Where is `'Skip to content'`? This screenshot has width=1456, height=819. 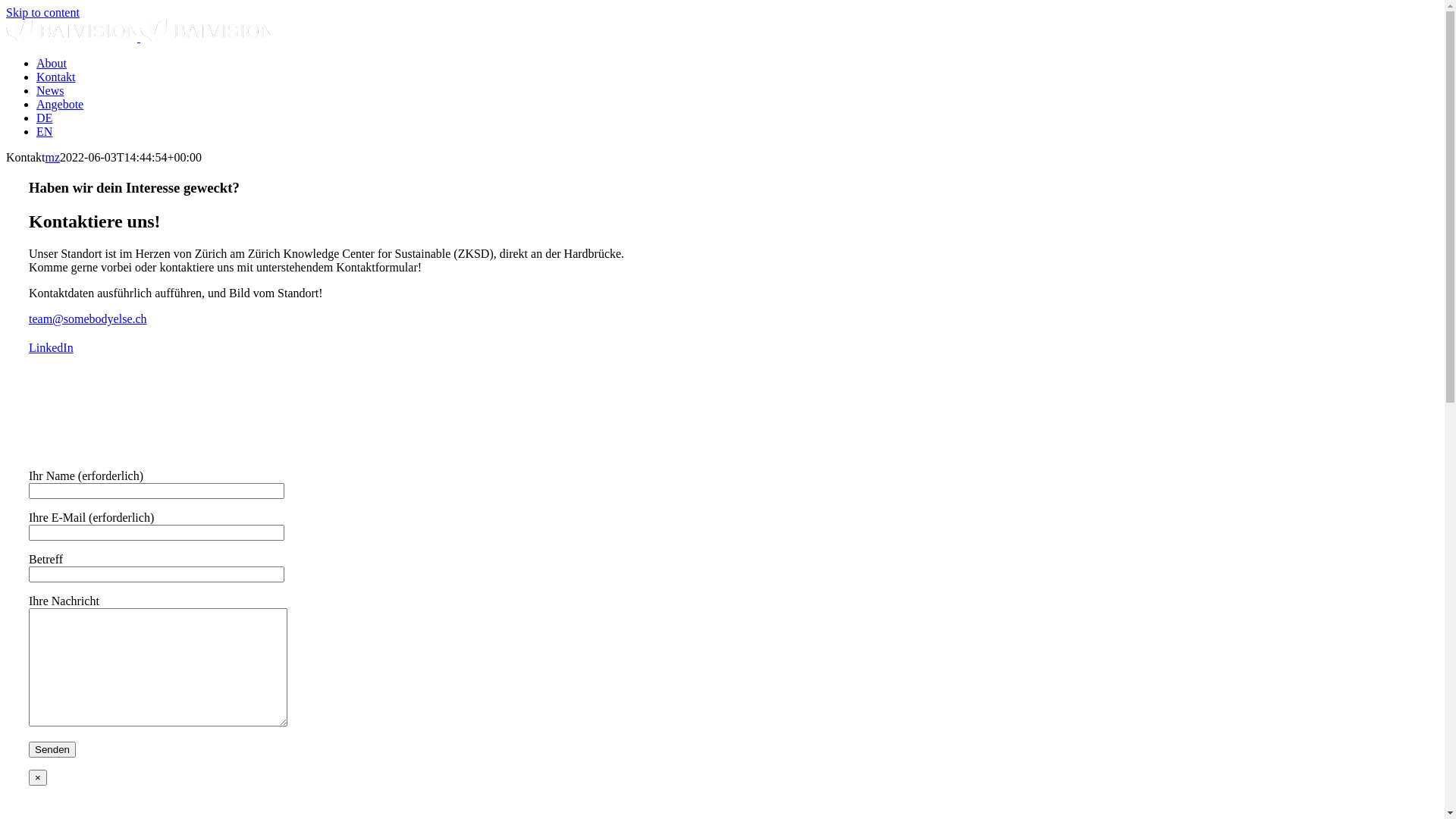 'Skip to content' is located at coordinates (6, 12).